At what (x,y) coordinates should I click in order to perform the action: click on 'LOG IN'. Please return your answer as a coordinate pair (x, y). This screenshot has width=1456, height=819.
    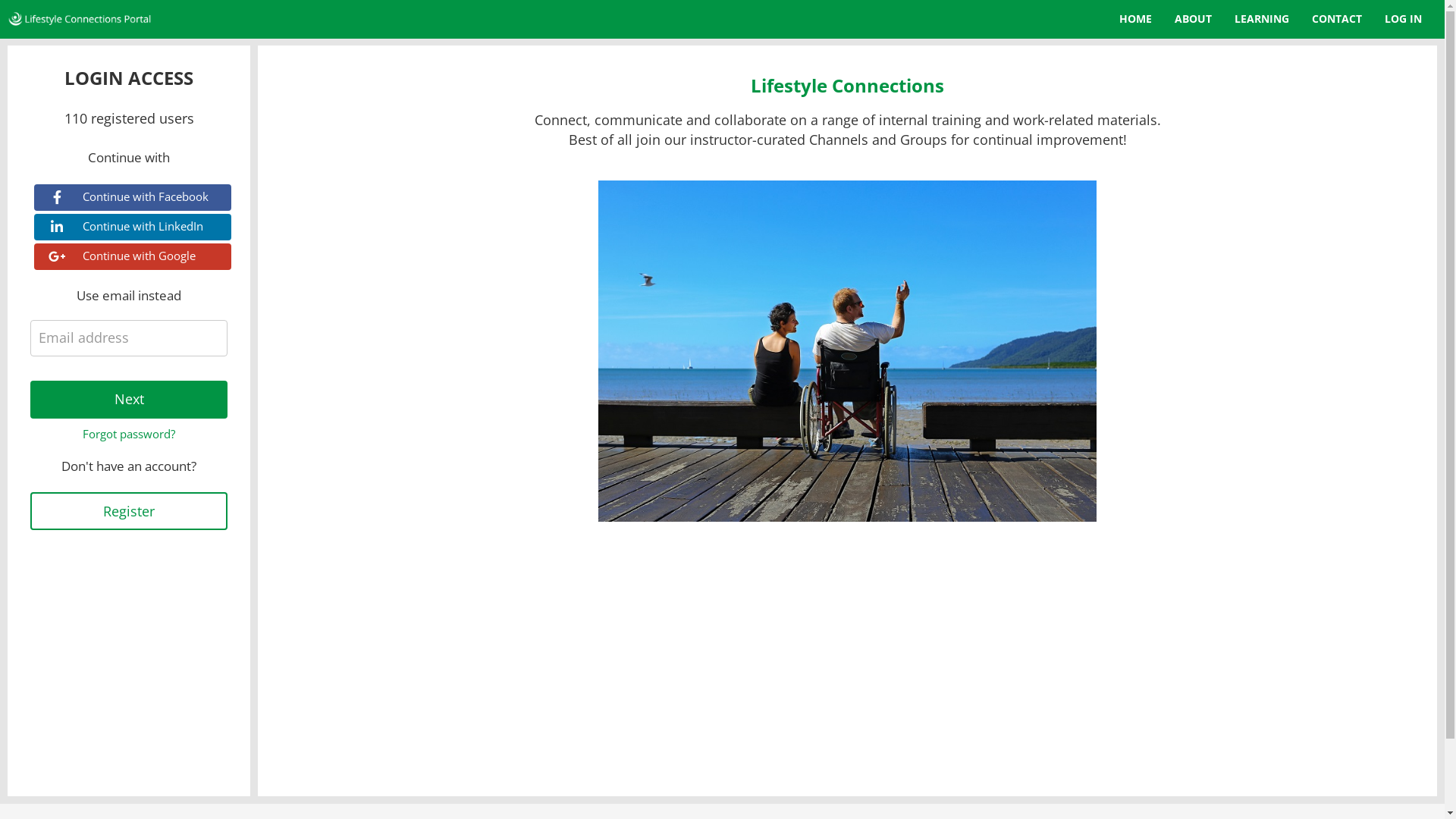
    Looking at the image, I should click on (1373, 19).